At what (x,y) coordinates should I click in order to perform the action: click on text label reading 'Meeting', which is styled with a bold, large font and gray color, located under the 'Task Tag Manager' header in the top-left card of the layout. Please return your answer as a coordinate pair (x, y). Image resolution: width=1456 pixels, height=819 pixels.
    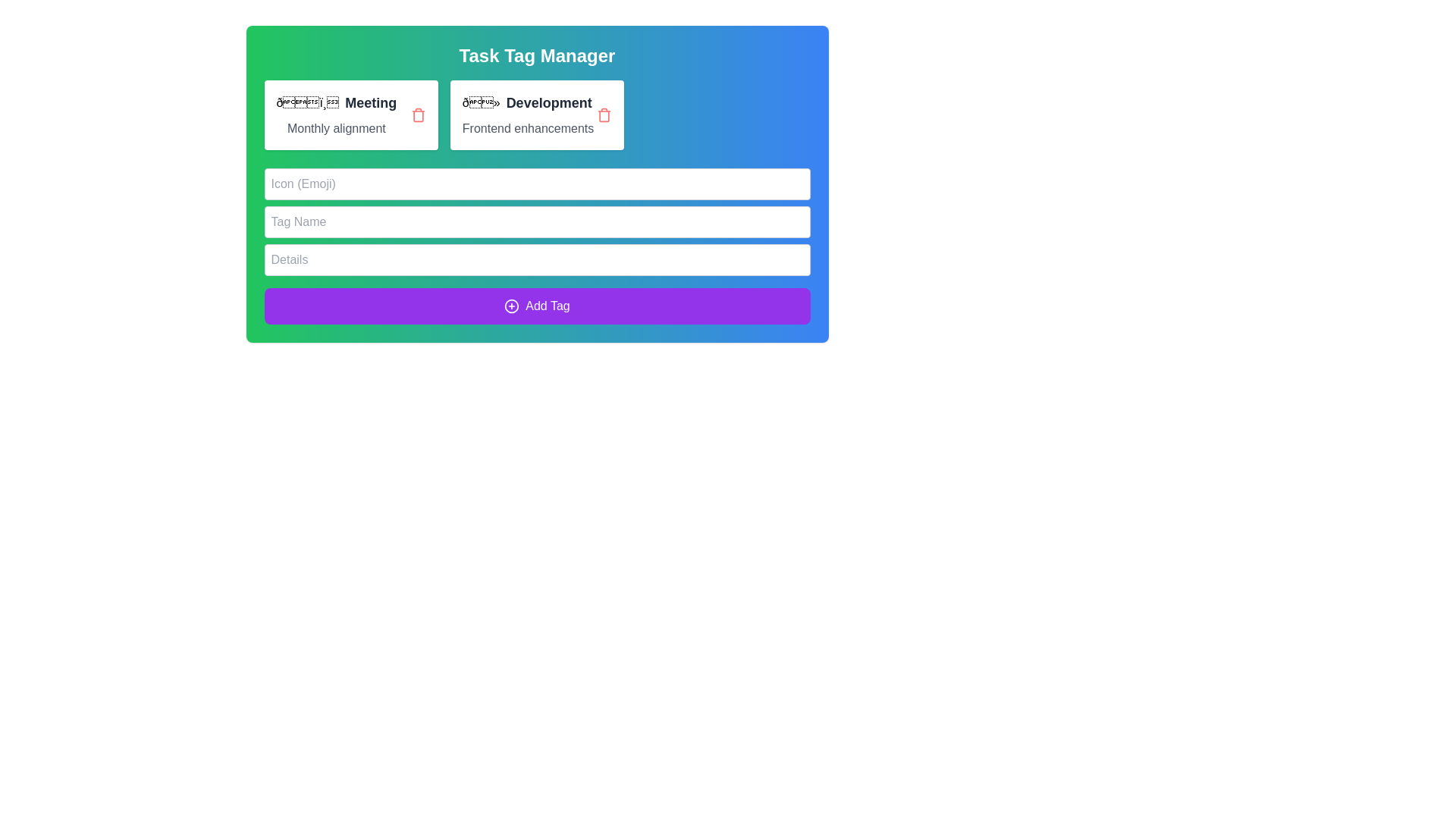
    Looking at the image, I should click on (371, 102).